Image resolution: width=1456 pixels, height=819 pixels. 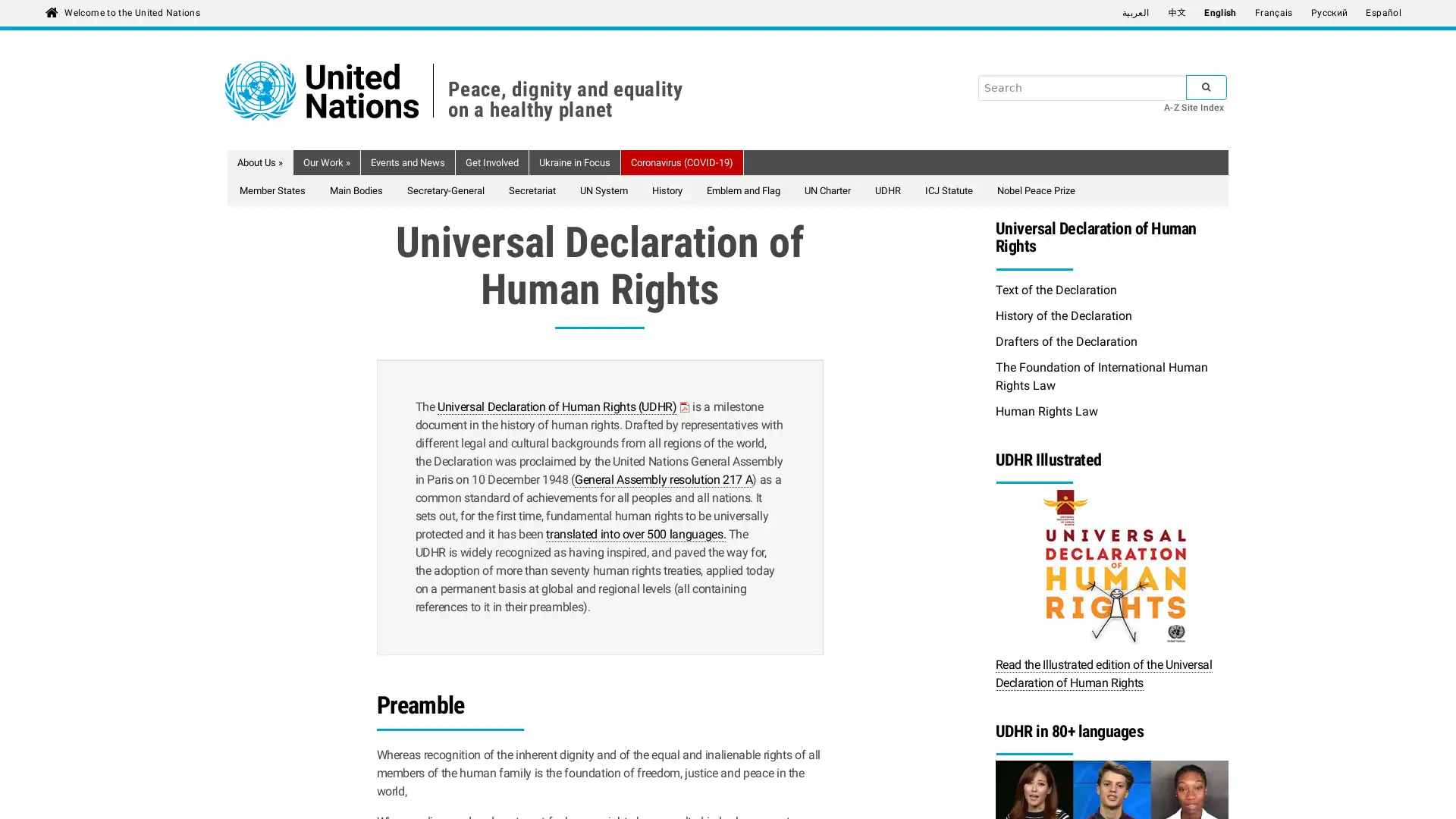 What do you see at coordinates (1205, 87) in the screenshot?
I see `SUBMIT SEARCH` at bounding box center [1205, 87].